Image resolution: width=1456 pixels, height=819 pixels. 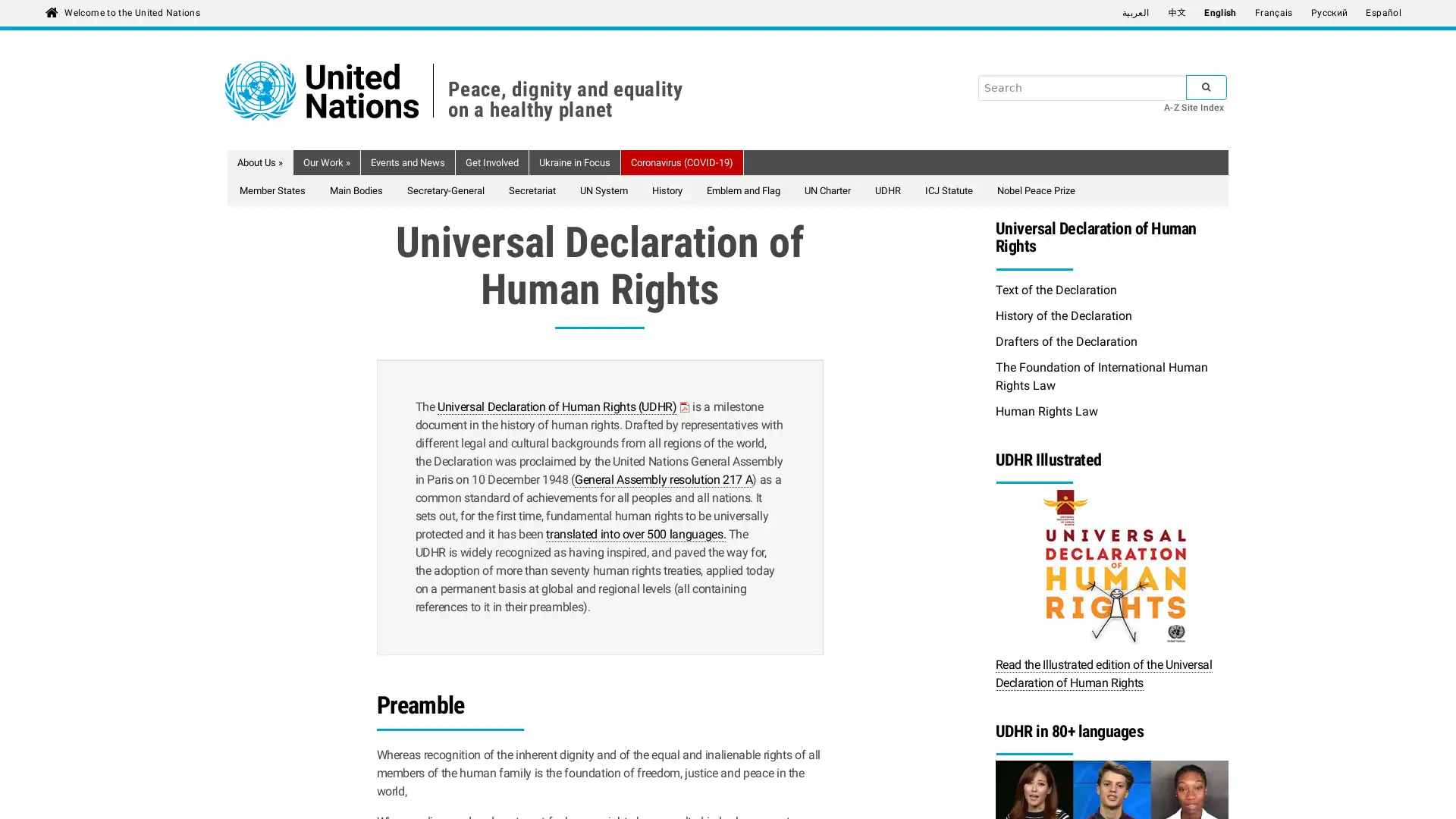 What do you see at coordinates (1205, 87) in the screenshot?
I see `SUBMIT SEARCH` at bounding box center [1205, 87].